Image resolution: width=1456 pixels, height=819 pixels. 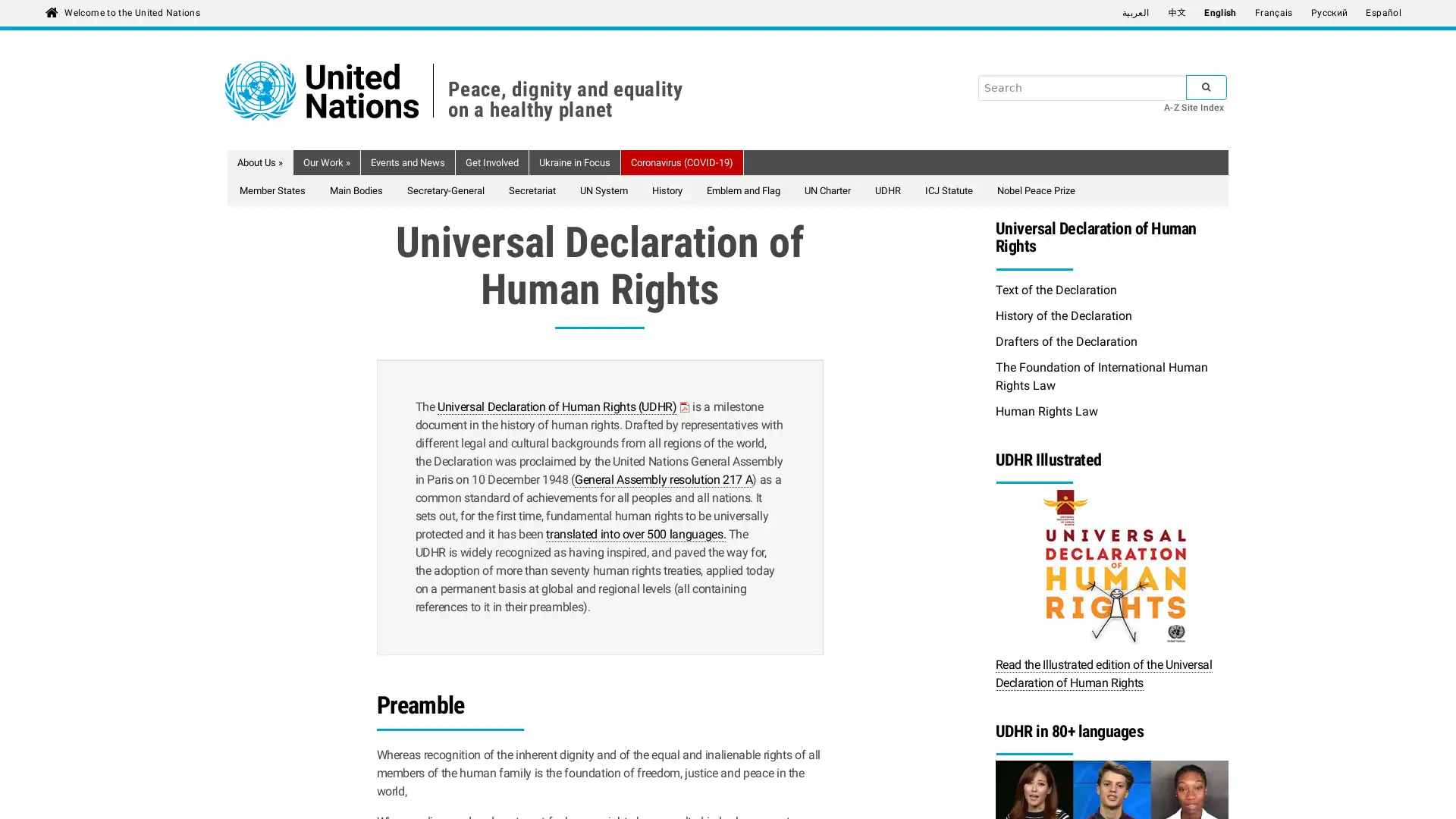 What do you see at coordinates (1205, 87) in the screenshot?
I see `SUBMIT SEARCH` at bounding box center [1205, 87].